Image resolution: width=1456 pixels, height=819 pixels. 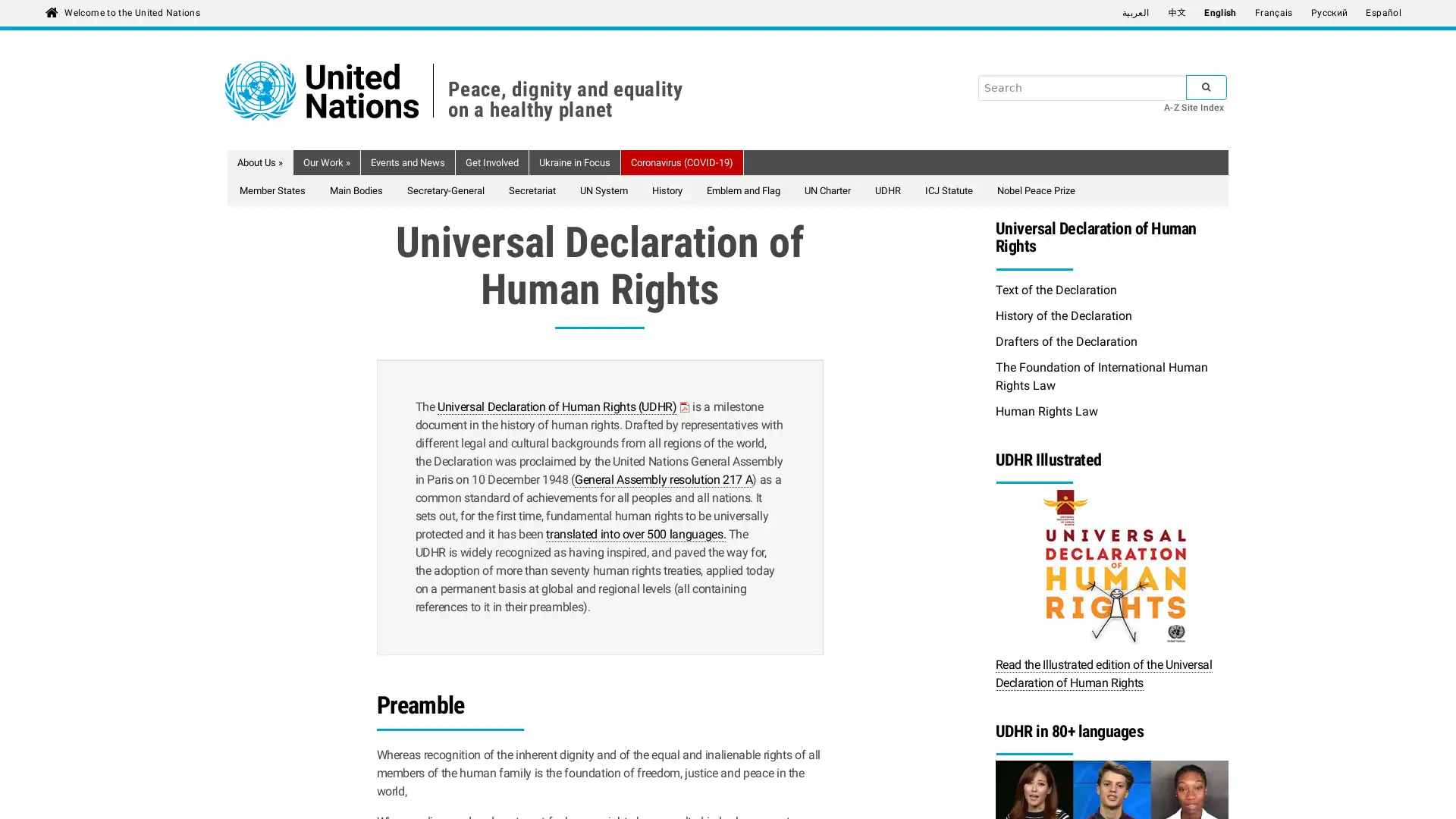 What do you see at coordinates (1205, 87) in the screenshot?
I see `SUBMIT SEARCH` at bounding box center [1205, 87].